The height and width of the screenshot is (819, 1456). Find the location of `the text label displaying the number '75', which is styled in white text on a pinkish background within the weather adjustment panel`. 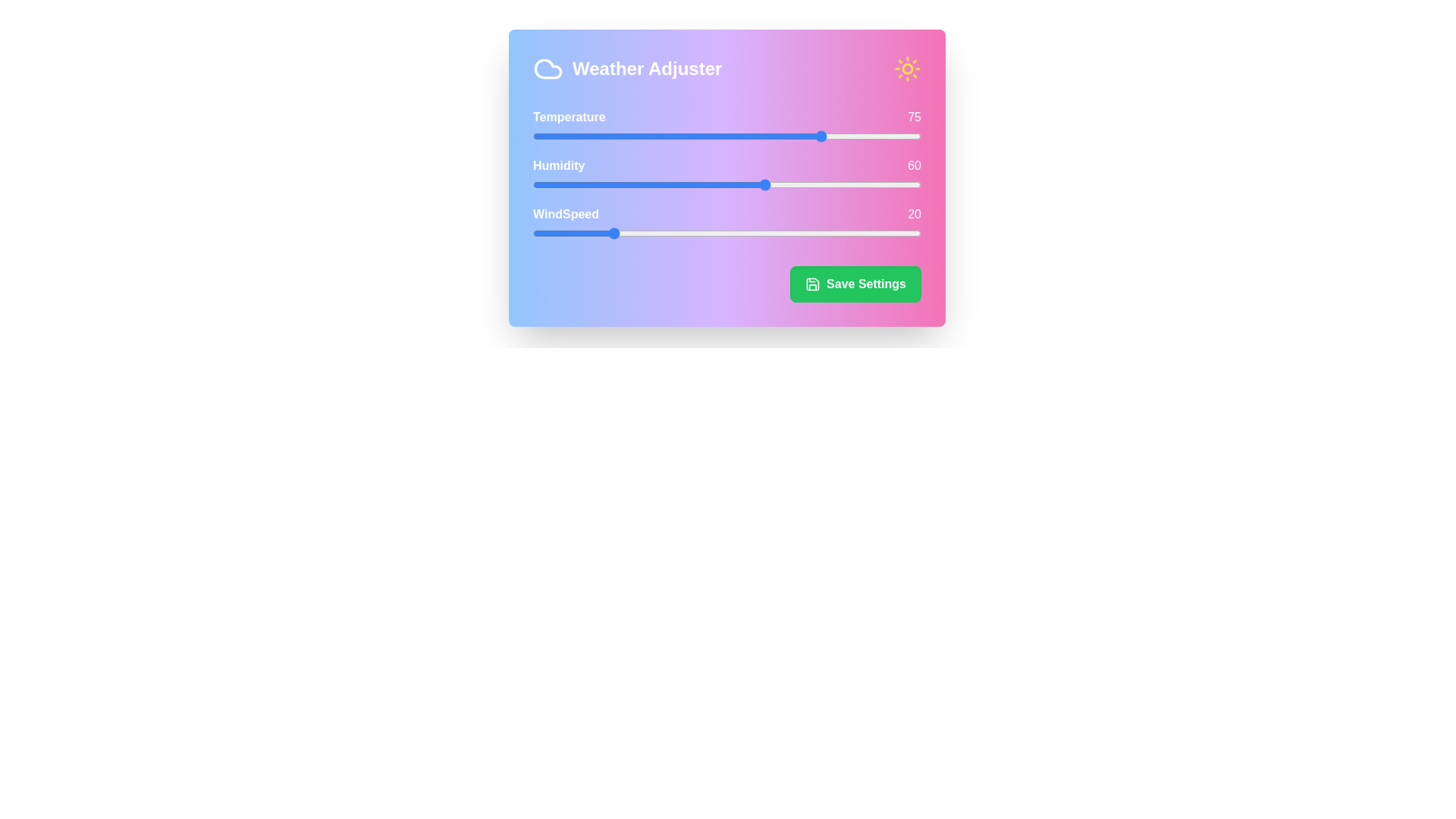

the text label displaying the number '75', which is styled in white text on a pinkish background within the weather adjustment panel is located at coordinates (914, 116).